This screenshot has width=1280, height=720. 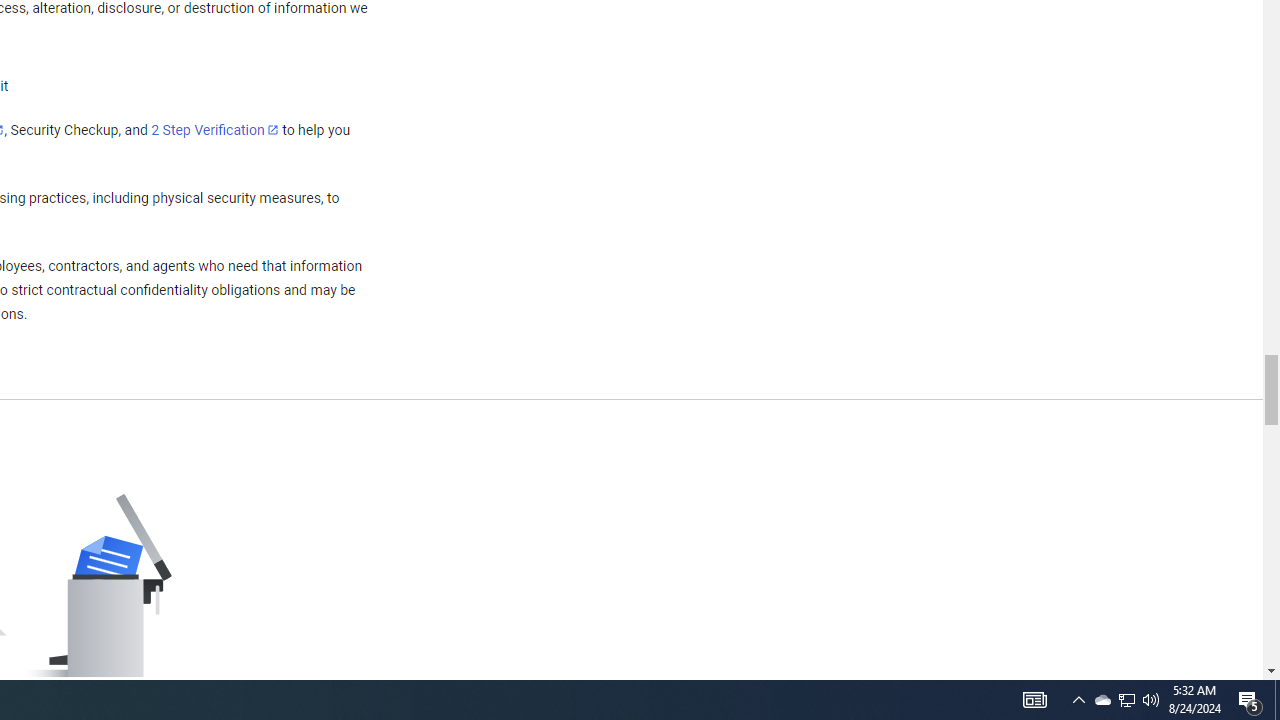 I want to click on '2 Step Verification', so click(x=215, y=129).